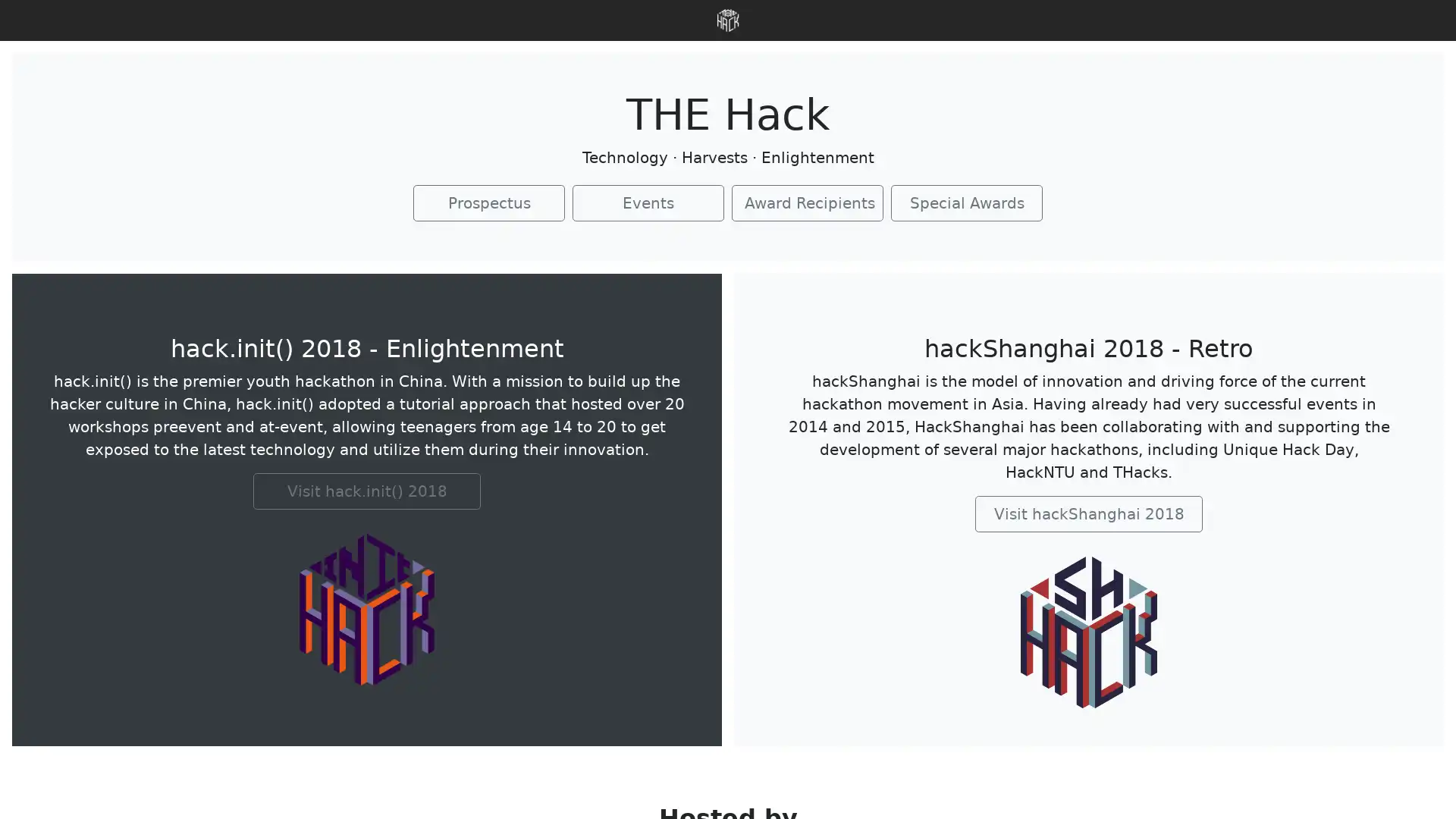 The width and height of the screenshot is (1456, 819). What do you see at coordinates (648, 202) in the screenshot?
I see `Events` at bounding box center [648, 202].